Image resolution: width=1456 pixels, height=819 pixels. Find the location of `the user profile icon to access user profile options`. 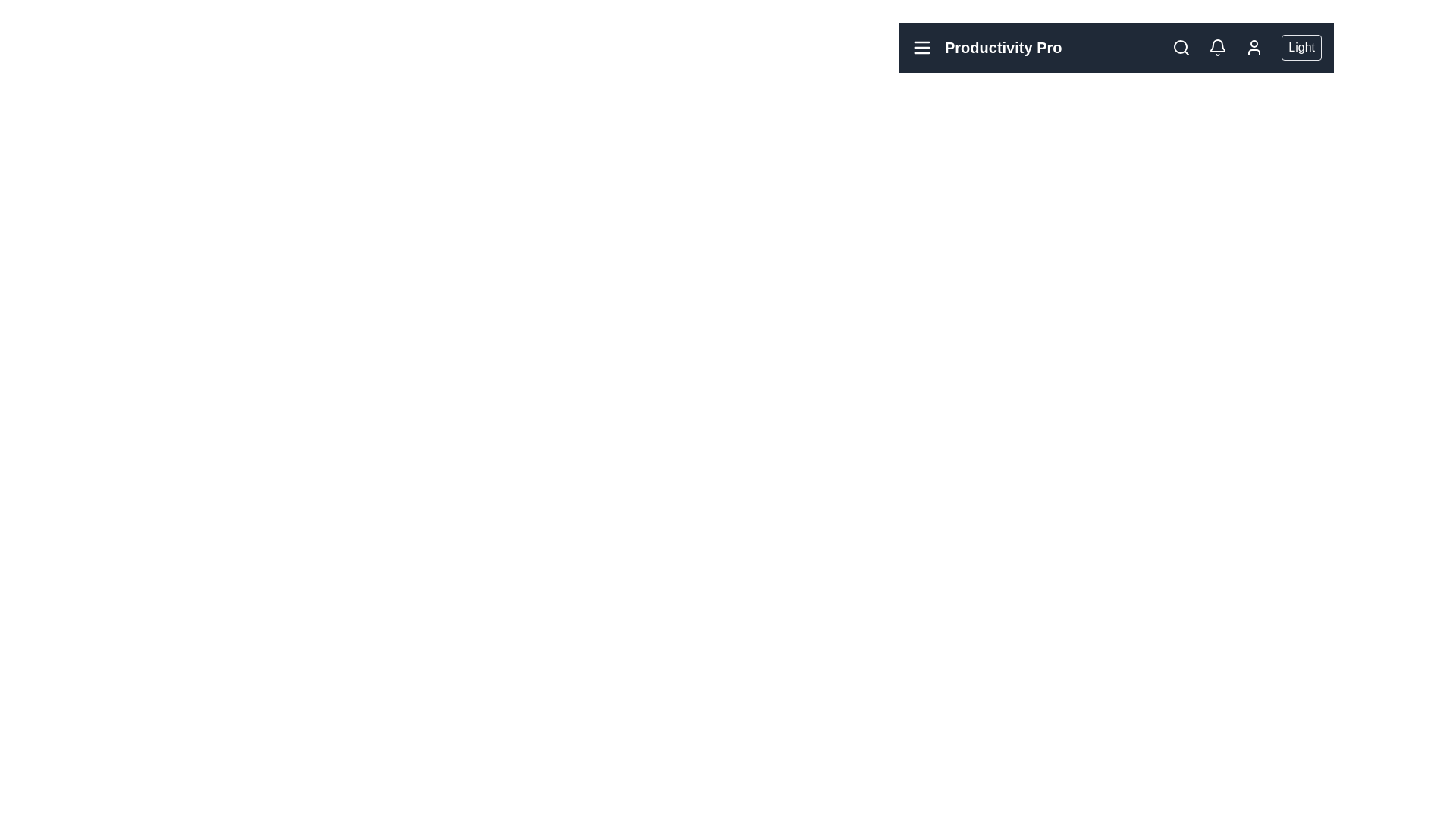

the user profile icon to access user profile options is located at coordinates (1254, 46).